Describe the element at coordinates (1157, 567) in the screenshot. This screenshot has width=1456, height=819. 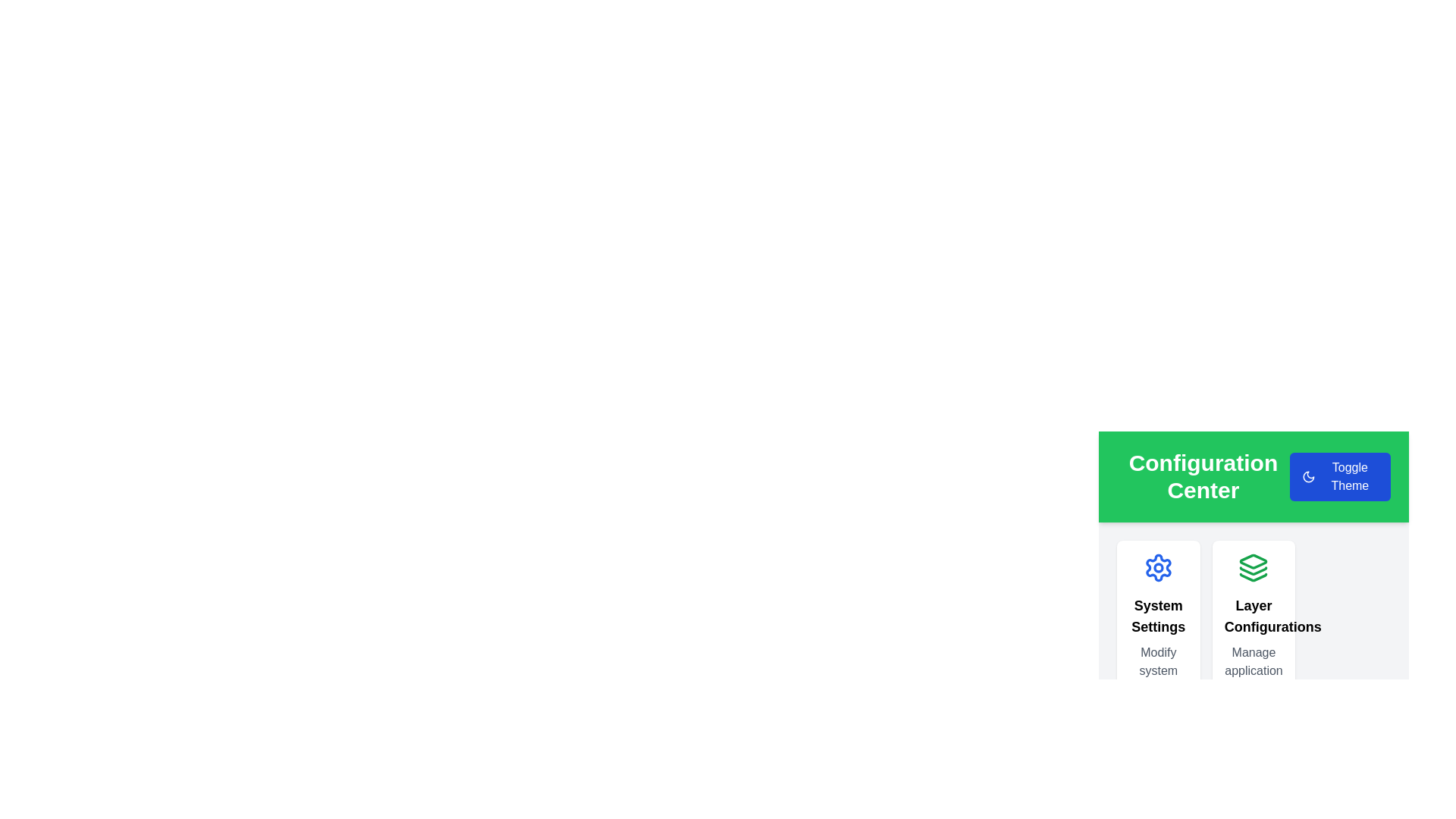
I see `the system settings icon located at the center of the 'System Settings' tile within the 'Configuration Center' interface` at that location.